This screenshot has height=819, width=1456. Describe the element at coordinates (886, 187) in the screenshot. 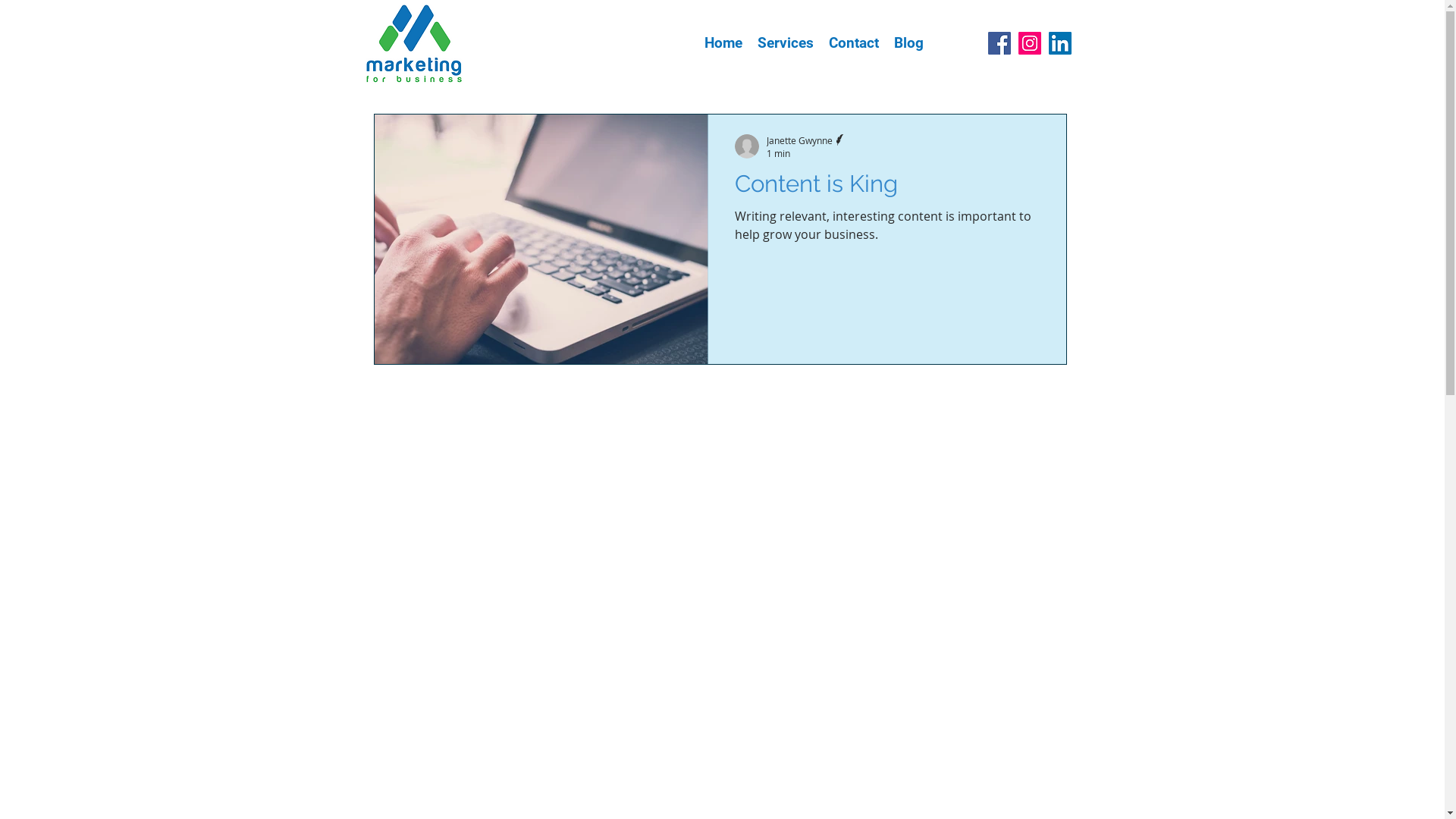

I see `'Content is King'` at that location.